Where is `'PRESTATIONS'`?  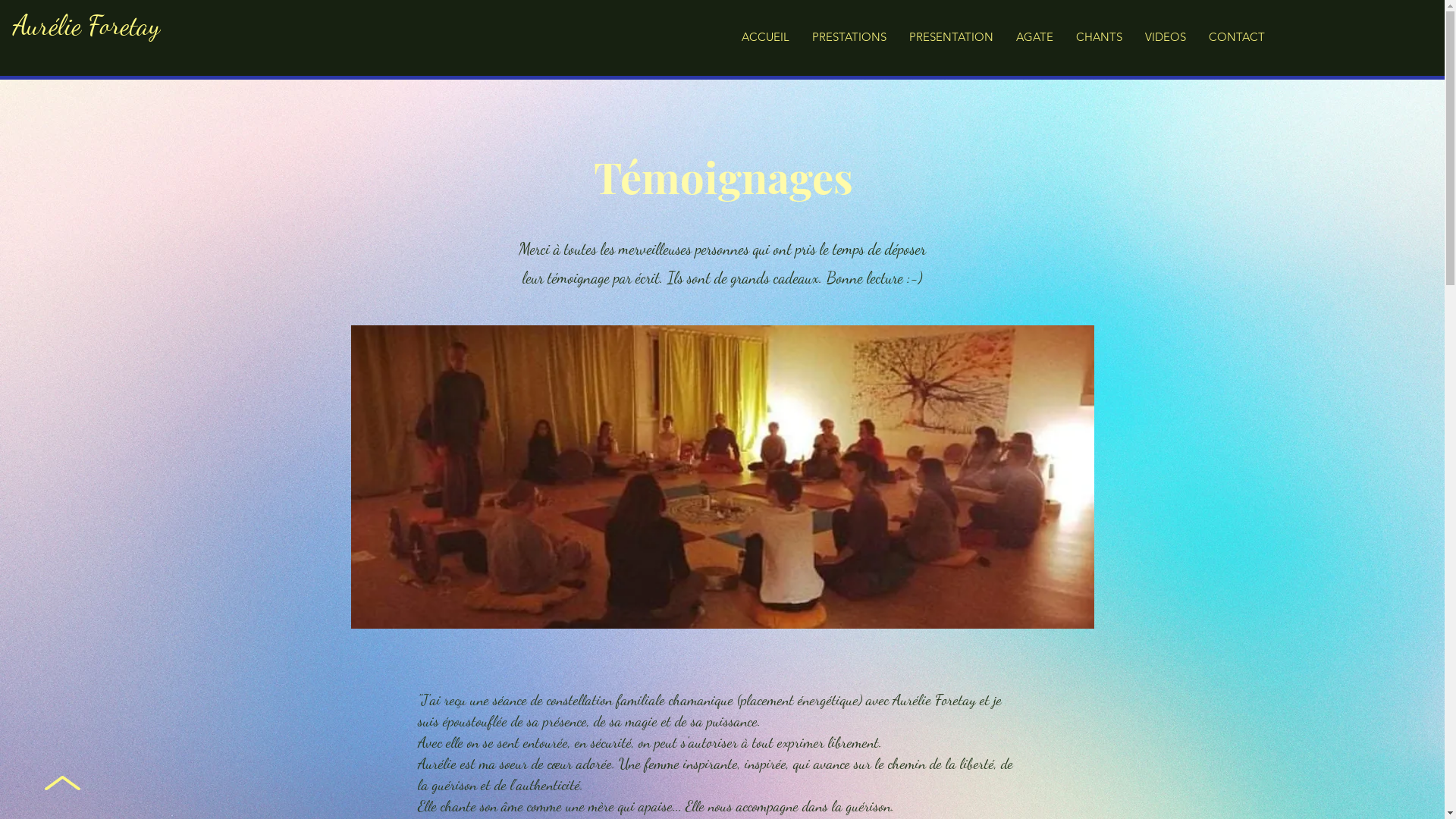
'PRESTATIONS' is located at coordinates (848, 36).